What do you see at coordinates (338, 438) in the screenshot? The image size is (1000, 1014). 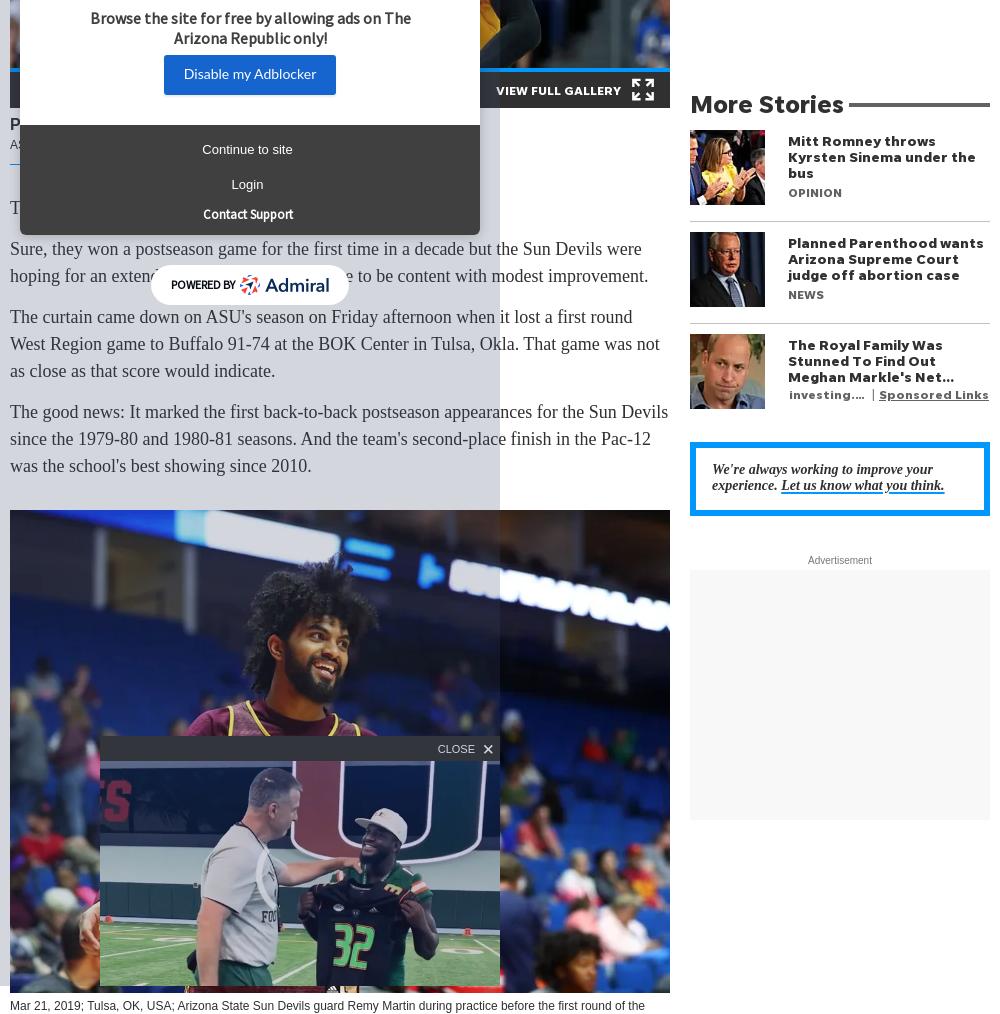 I see `'The good news: It marked the first back-to-back postseason appearances for the Sun Devils since the 1979-80 and 1980-81 seasons. And the team's second-place finish in the Pac-12 was the school's best showing since 2010.'` at bounding box center [338, 438].